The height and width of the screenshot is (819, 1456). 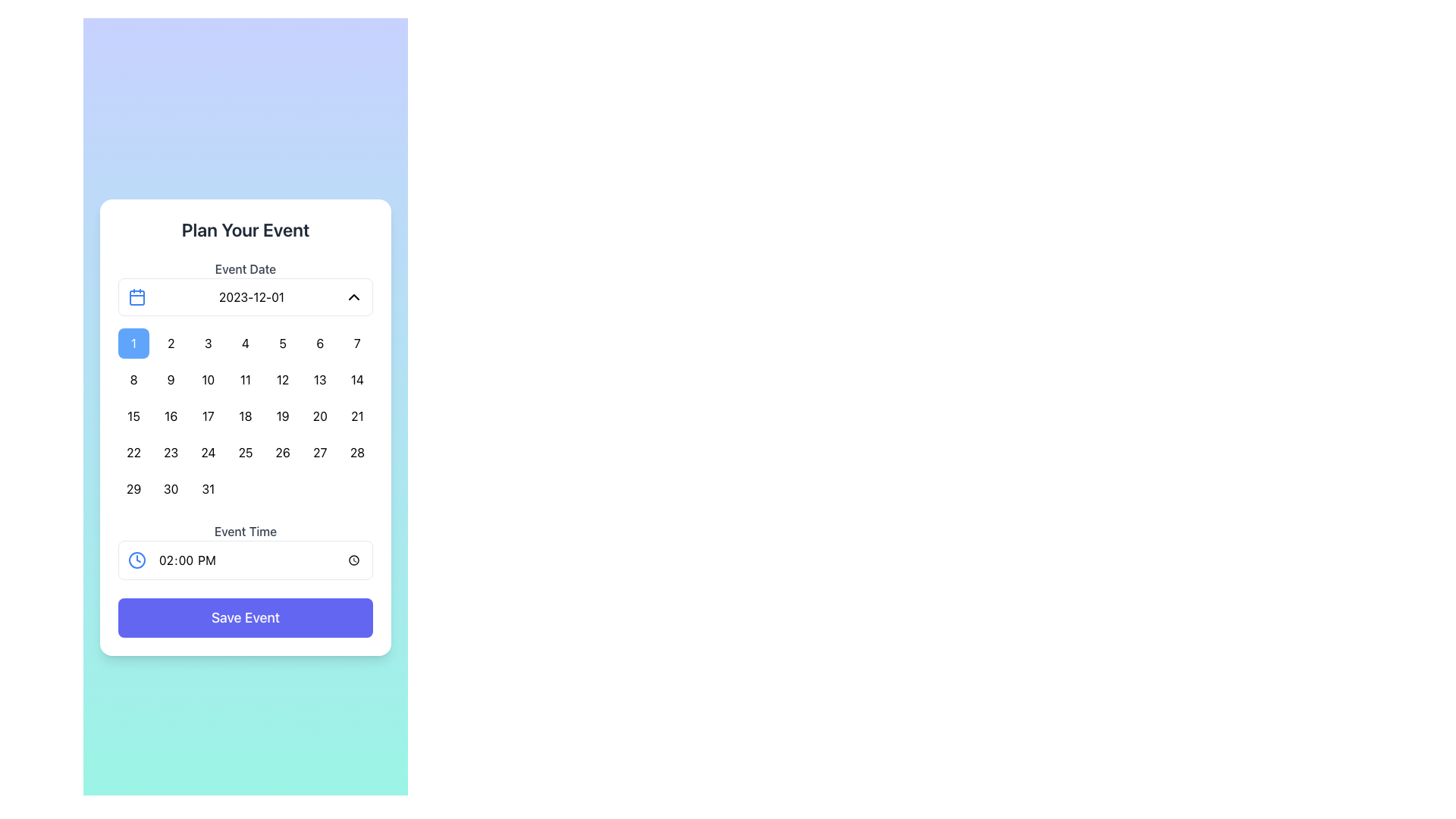 What do you see at coordinates (133, 343) in the screenshot?
I see `the blue square button with white text '1' in the upper-left corner of the grid` at bounding box center [133, 343].